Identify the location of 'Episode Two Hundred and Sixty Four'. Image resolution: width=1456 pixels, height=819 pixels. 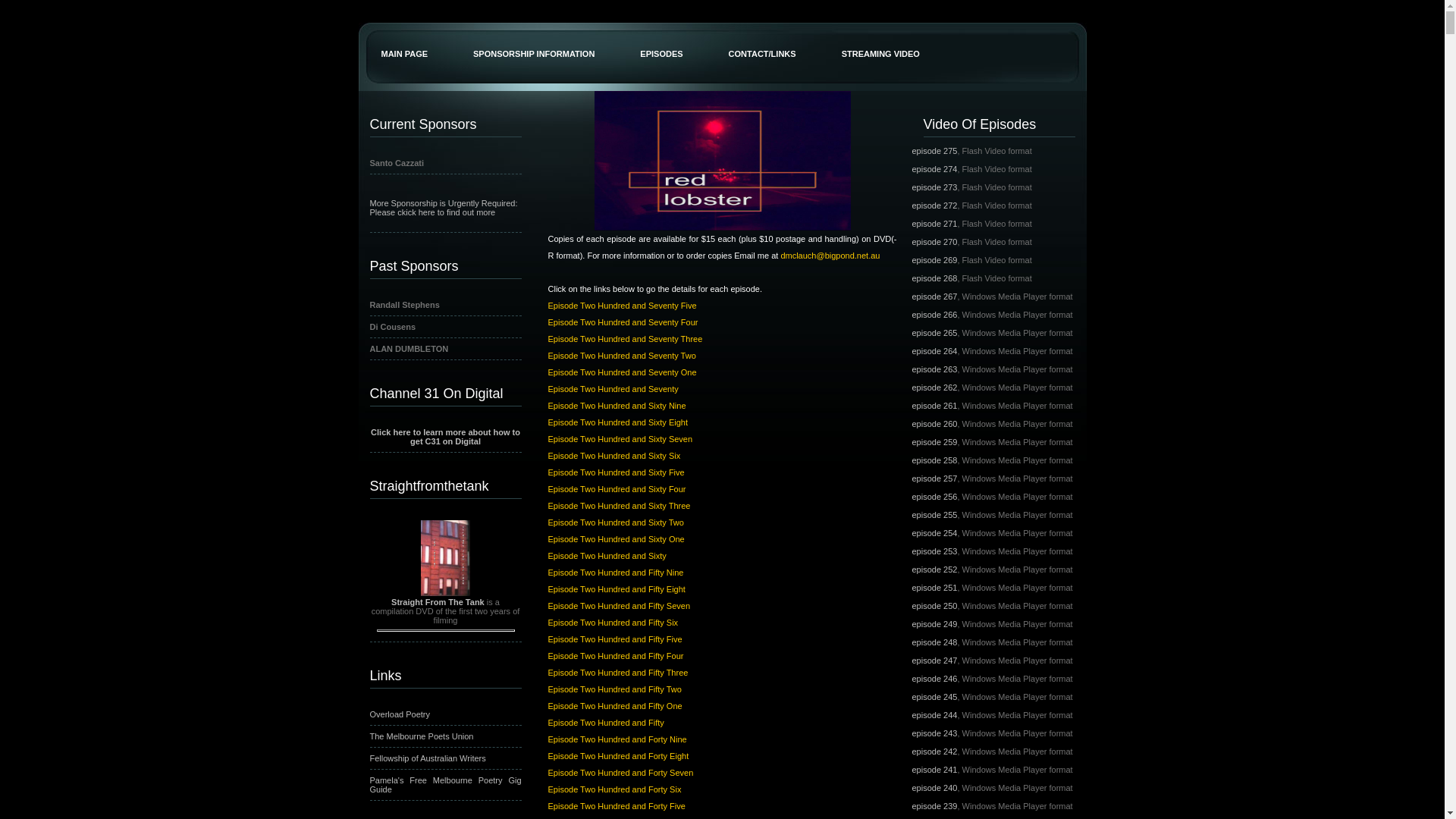
(546, 488).